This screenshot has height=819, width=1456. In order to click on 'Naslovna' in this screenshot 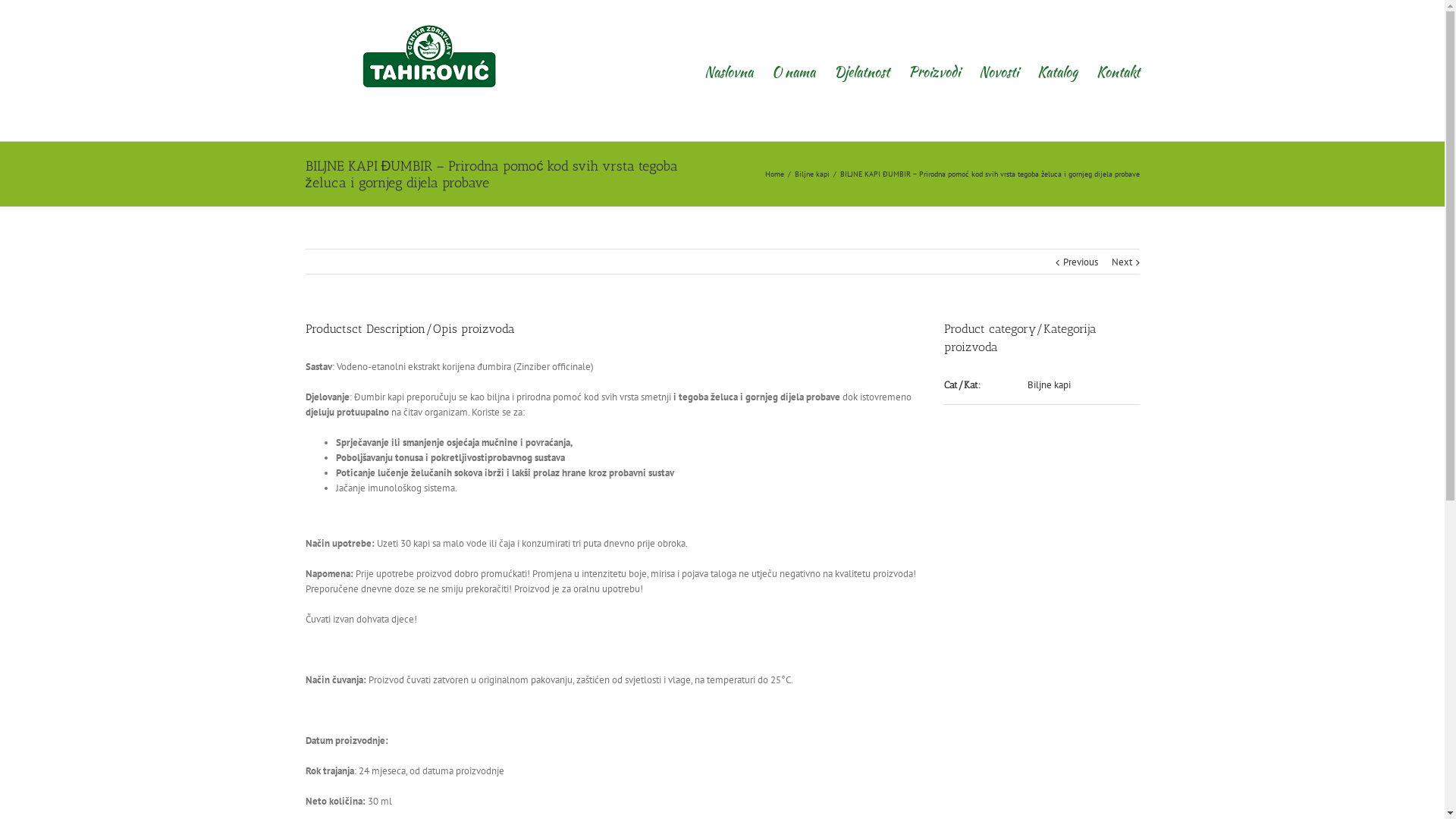, I will do `click(702, 70)`.